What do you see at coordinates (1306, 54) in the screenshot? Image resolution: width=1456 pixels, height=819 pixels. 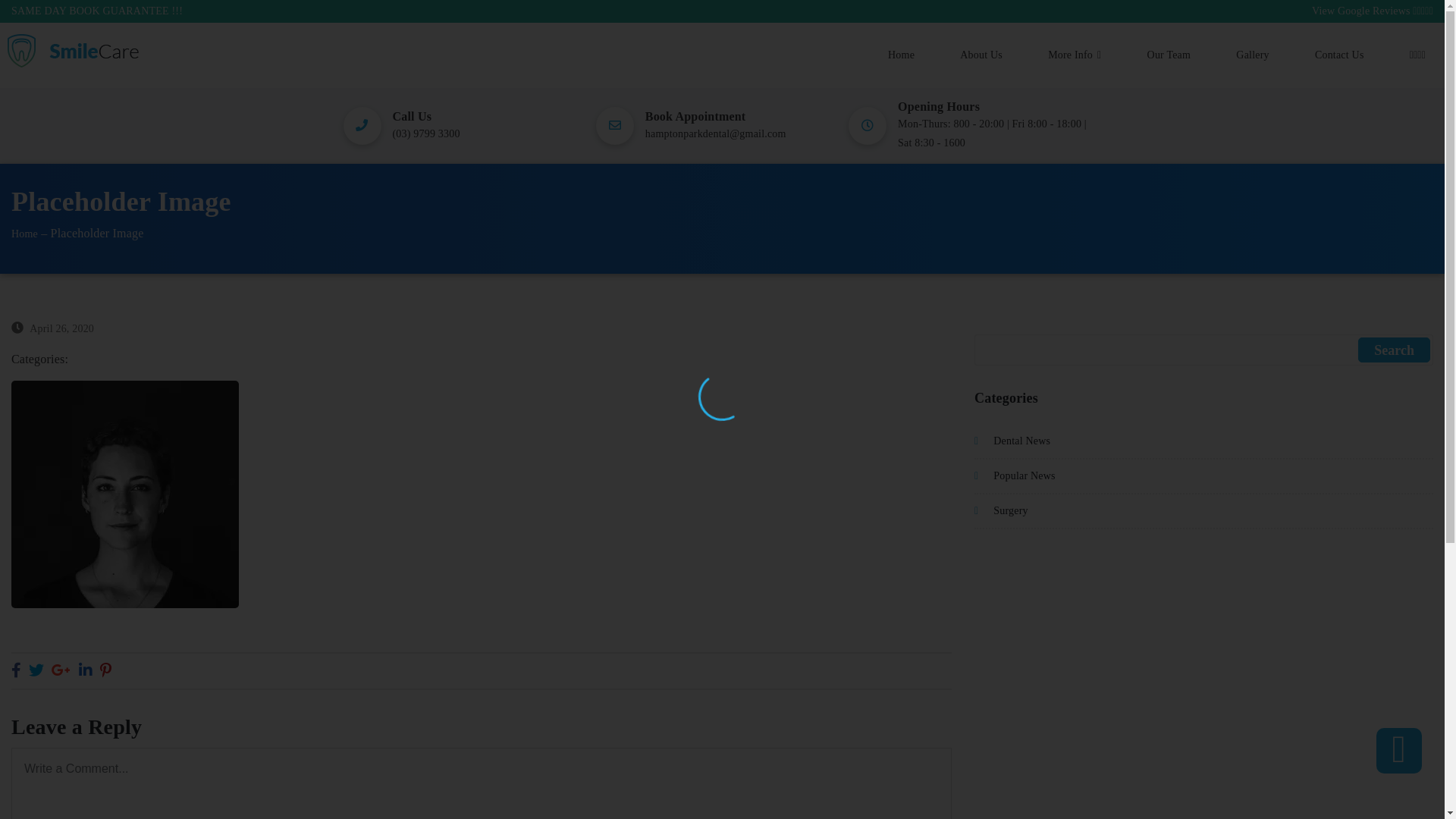 I see `'Contact Us'` at bounding box center [1306, 54].